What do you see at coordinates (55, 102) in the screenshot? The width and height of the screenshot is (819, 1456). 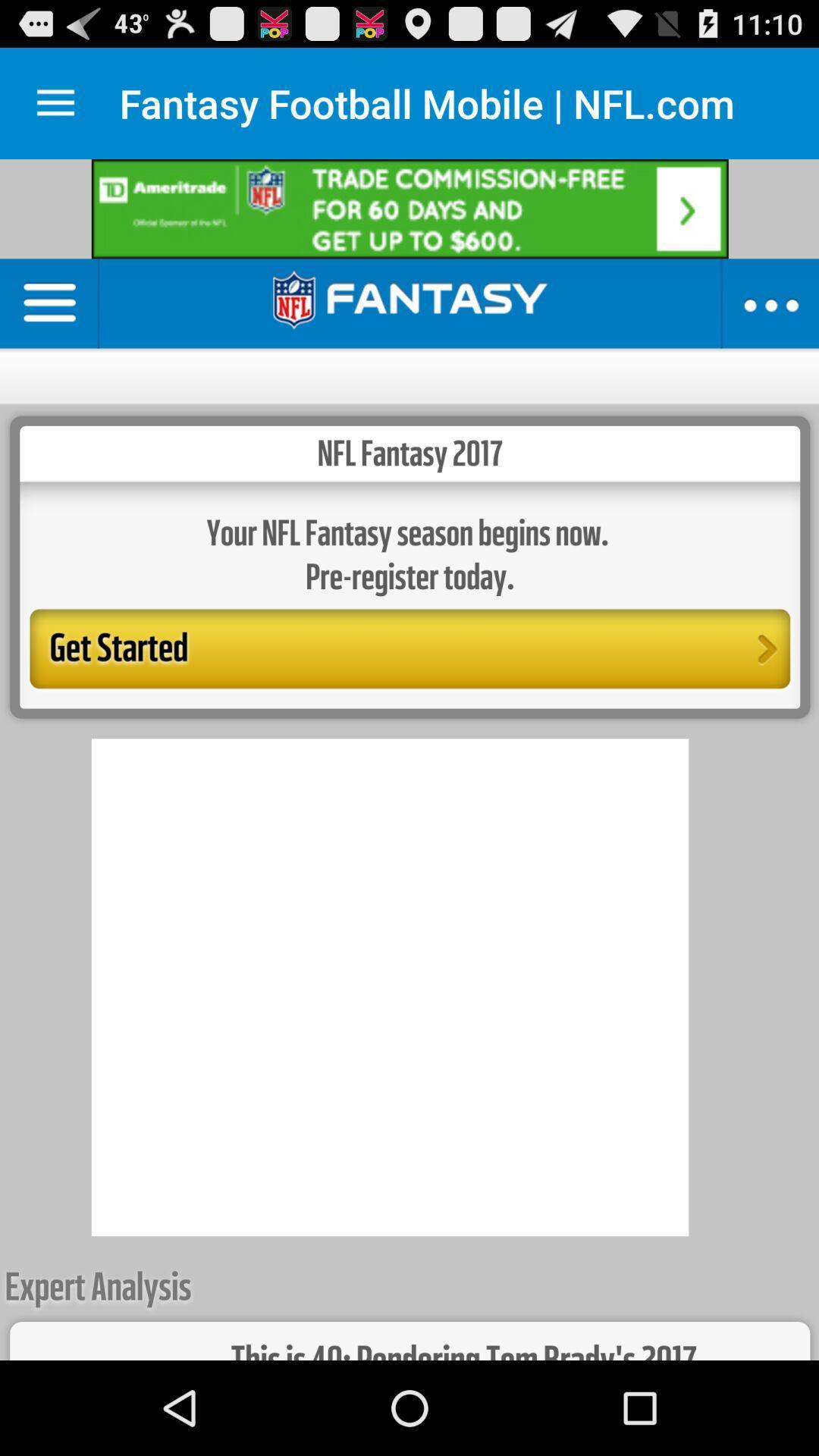 I see `opsan` at bounding box center [55, 102].